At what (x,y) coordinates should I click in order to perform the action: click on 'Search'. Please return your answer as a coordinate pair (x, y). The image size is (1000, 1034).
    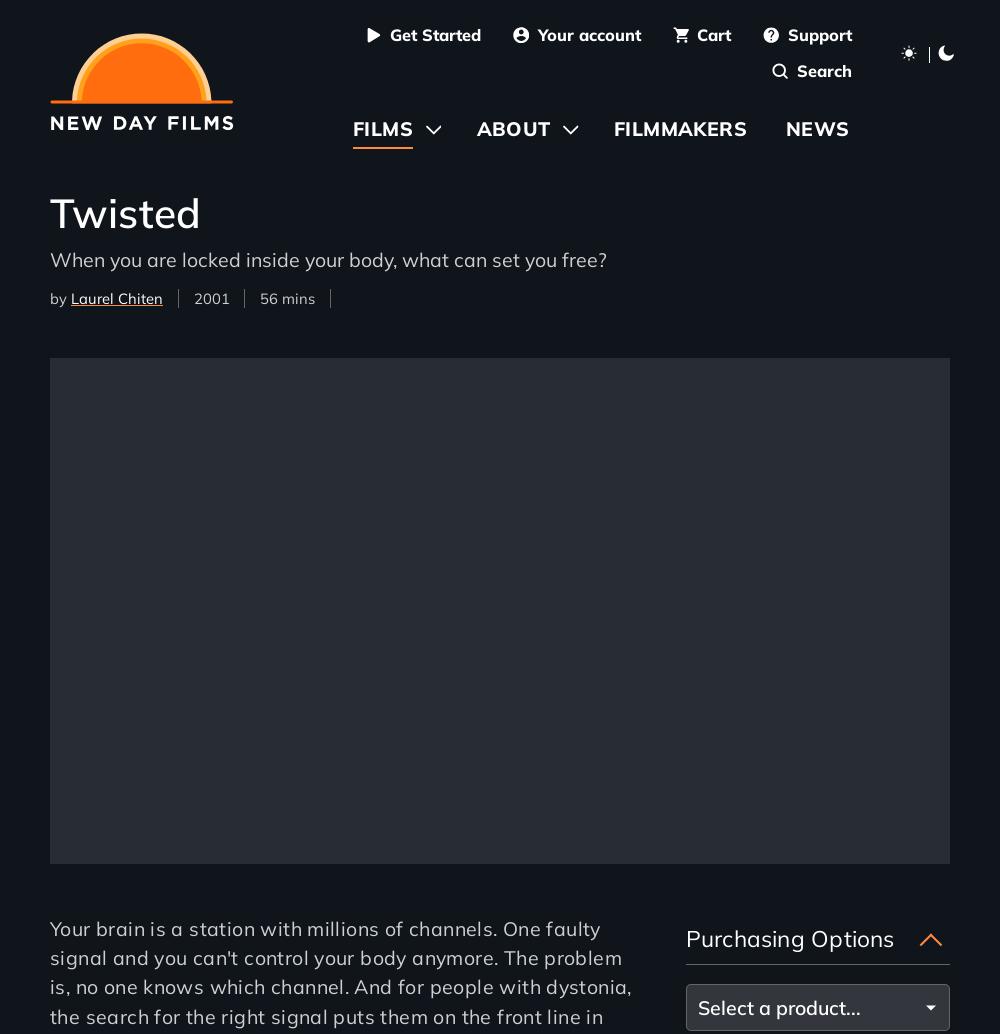
    Looking at the image, I should click on (796, 71).